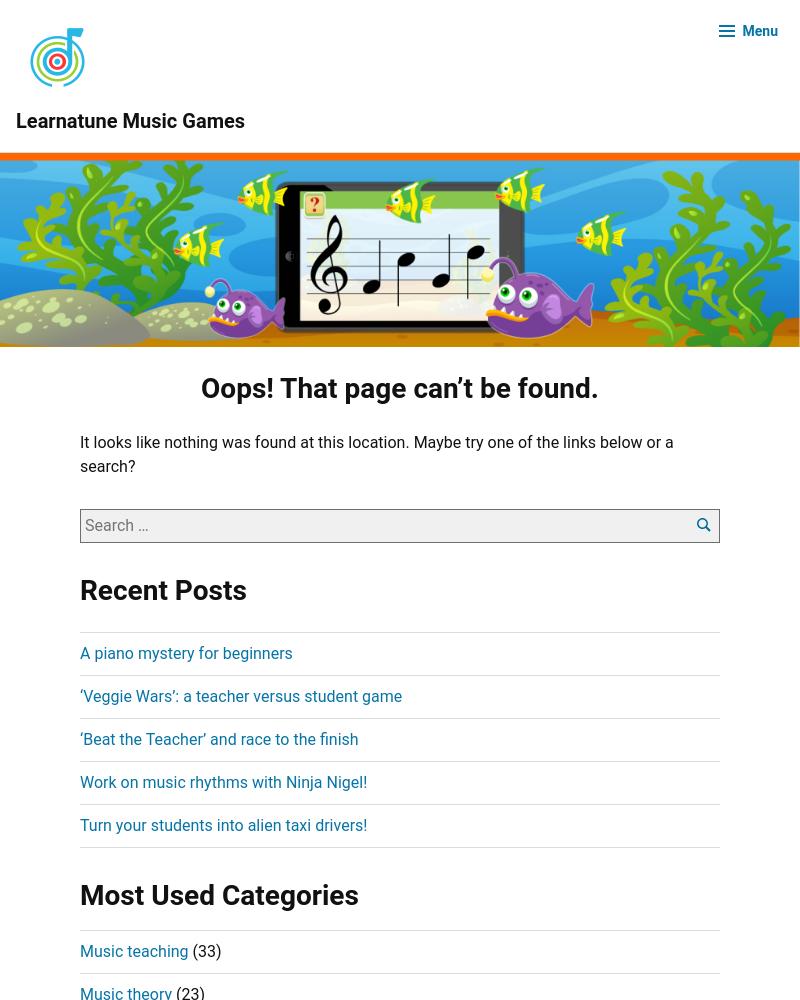  Describe the element at coordinates (187, 949) in the screenshot. I see `'(33)'` at that location.